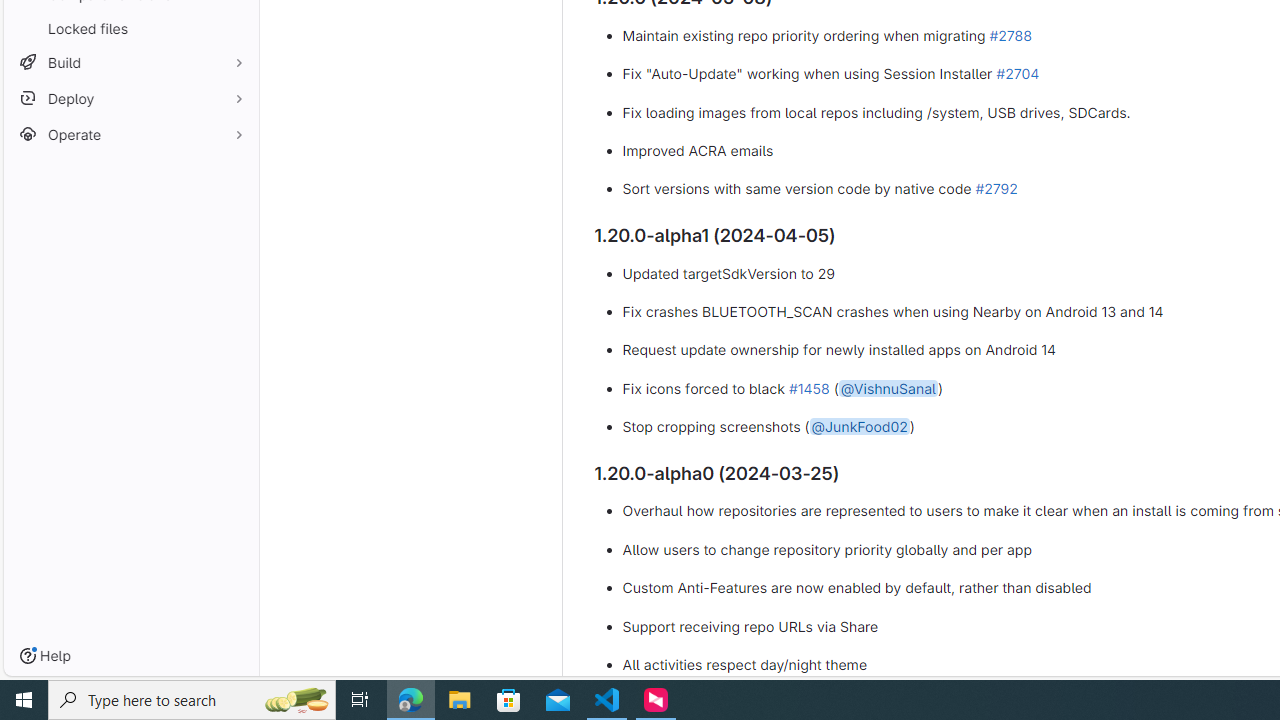  Describe the element at coordinates (459, 698) in the screenshot. I see `'File Explorer'` at that location.